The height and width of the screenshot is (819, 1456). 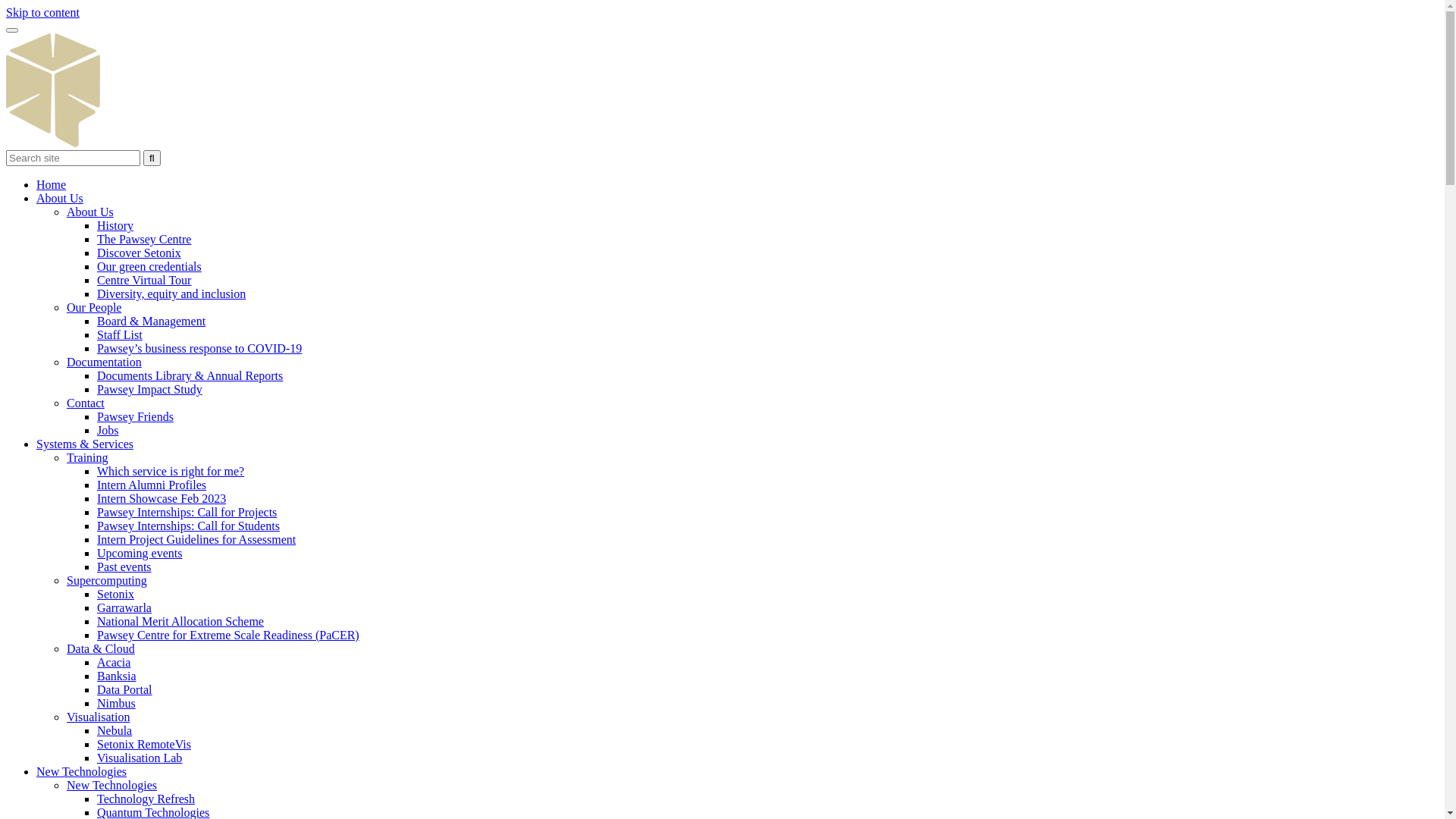 What do you see at coordinates (97, 717) in the screenshot?
I see `'Visualisation'` at bounding box center [97, 717].